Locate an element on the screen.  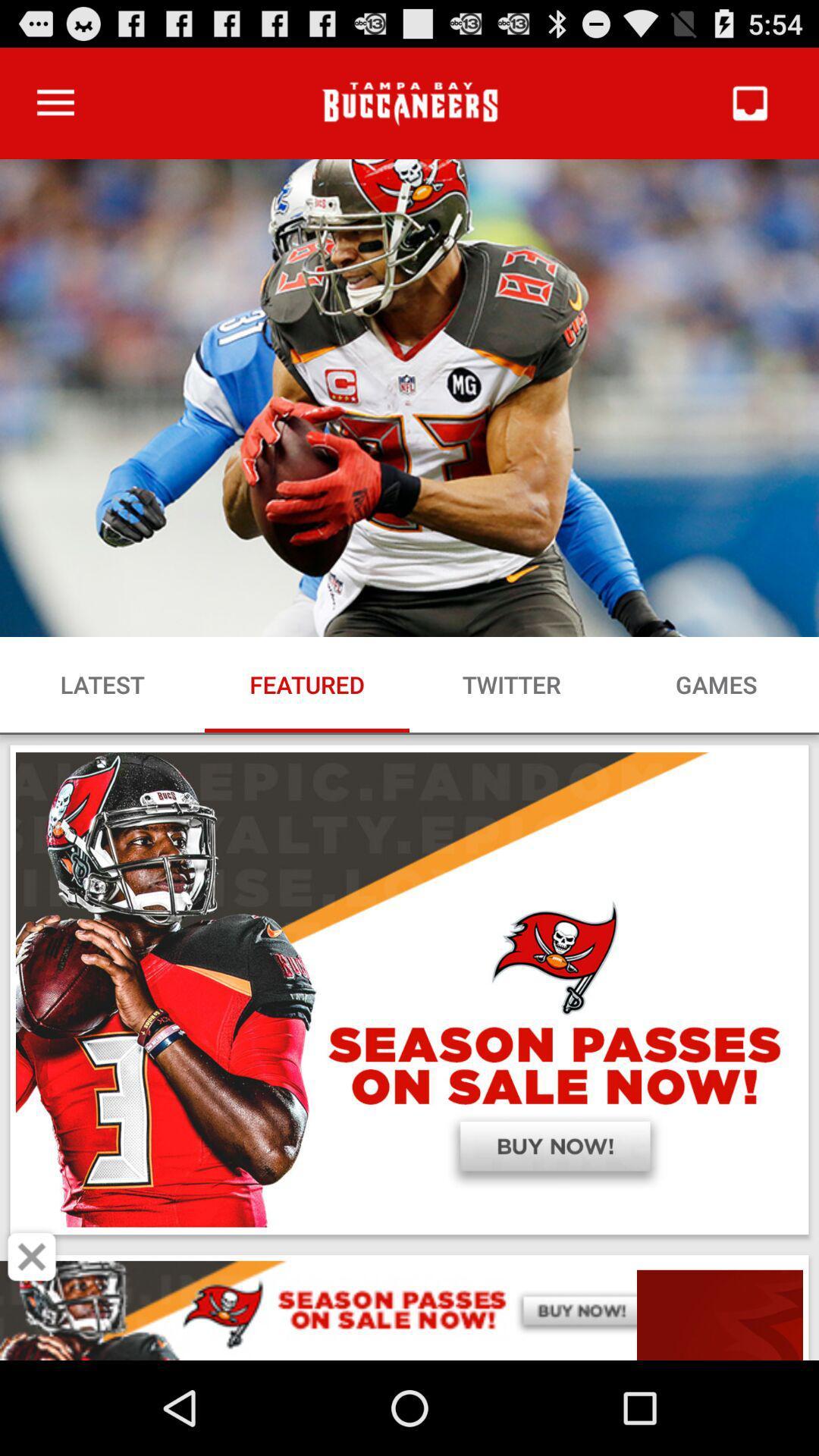
space where you access advertising is located at coordinates (409, 1310).